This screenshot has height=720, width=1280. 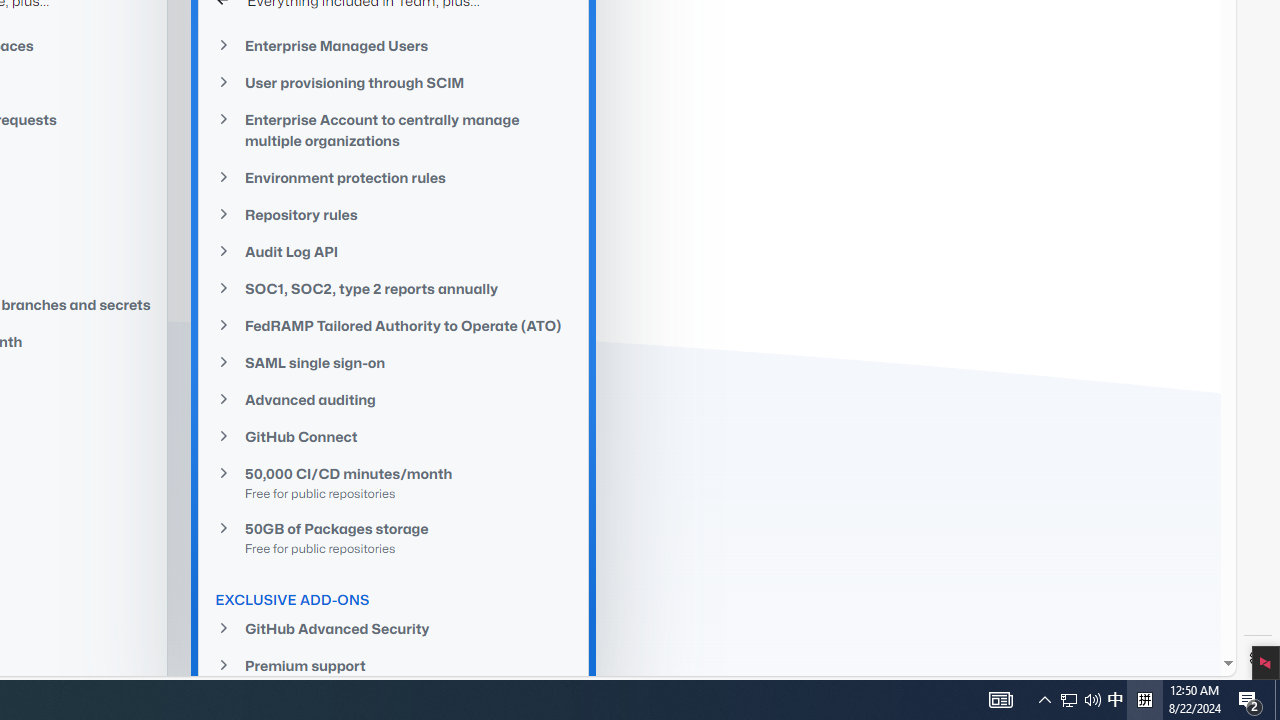 What do you see at coordinates (394, 45) in the screenshot?
I see `'Enterprise Managed Users'` at bounding box center [394, 45].